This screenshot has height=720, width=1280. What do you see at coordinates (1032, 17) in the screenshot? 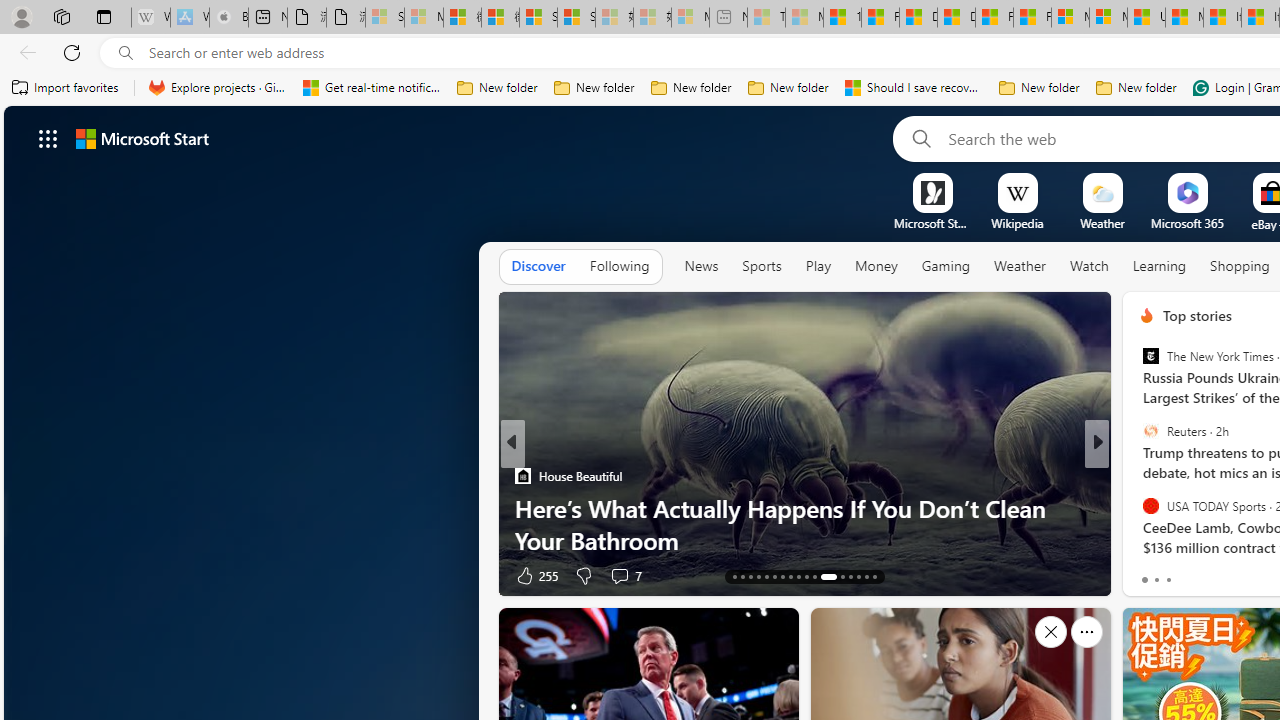
I see `'Foo BAR | Trusted Community Engagement and Contributions'` at bounding box center [1032, 17].